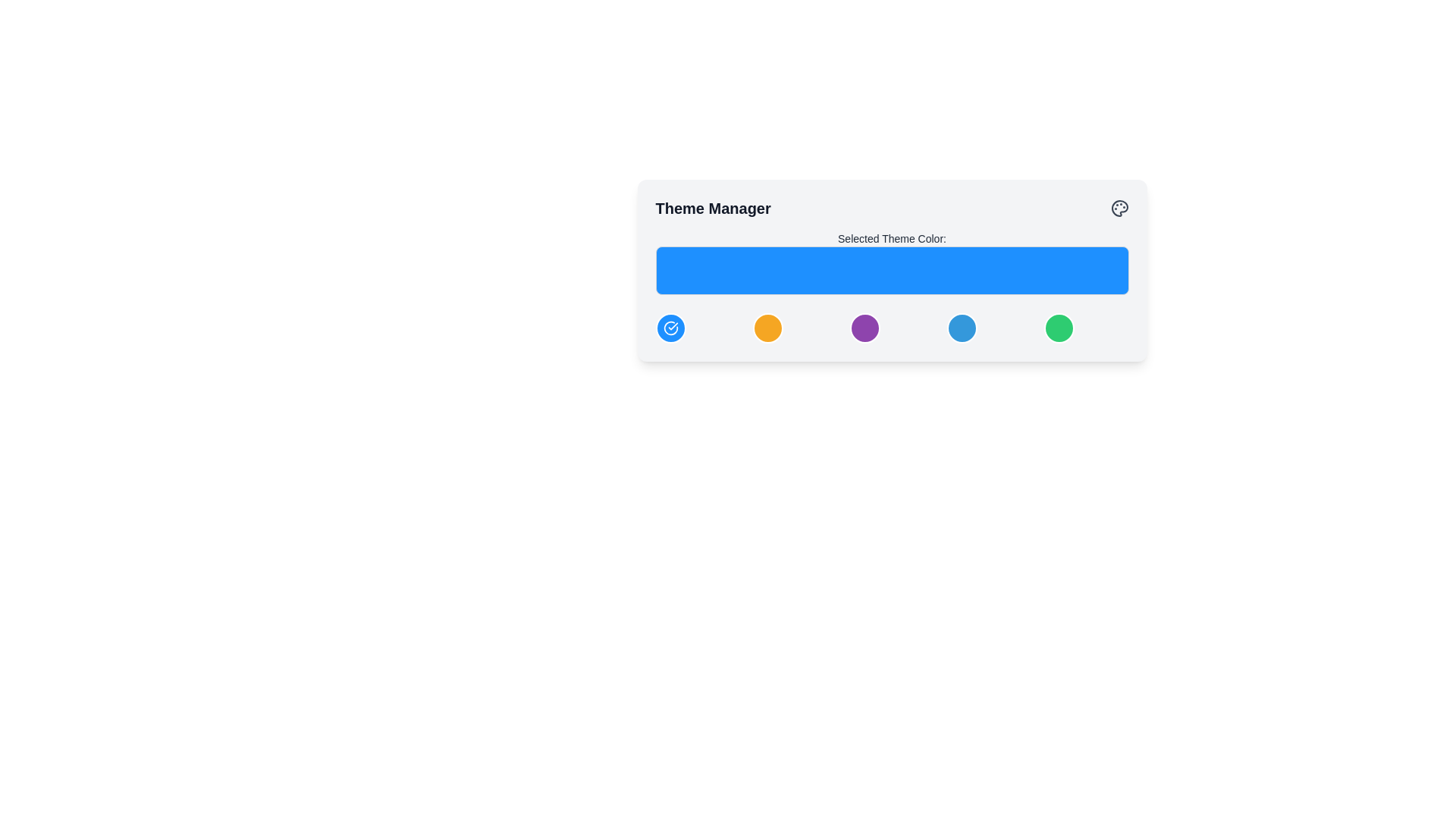 The width and height of the screenshot is (1456, 819). I want to click on the Display box with a blue background labeled 'Selected Theme Color:' within the 'Theme Manager' card, so click(892, 262).